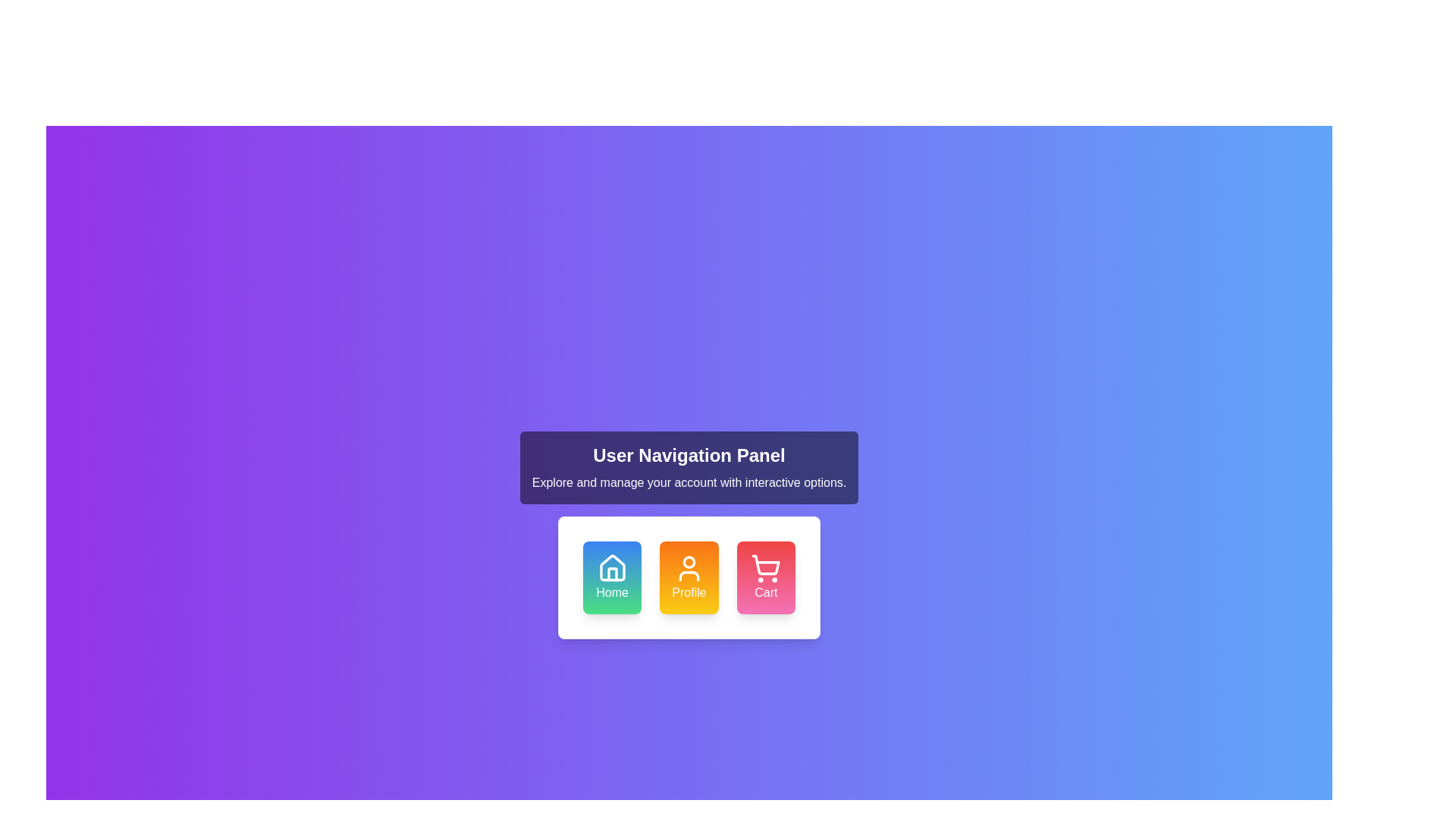 The height and width of the screenshot is (819, 1456). What do you see at coordinates (612, 574) in the screenshot?
I see `accessibility and design of the 'Home' button, which features a house icon and is the leftmost button in the lower row of the interface` at bounding box center [612, 574].